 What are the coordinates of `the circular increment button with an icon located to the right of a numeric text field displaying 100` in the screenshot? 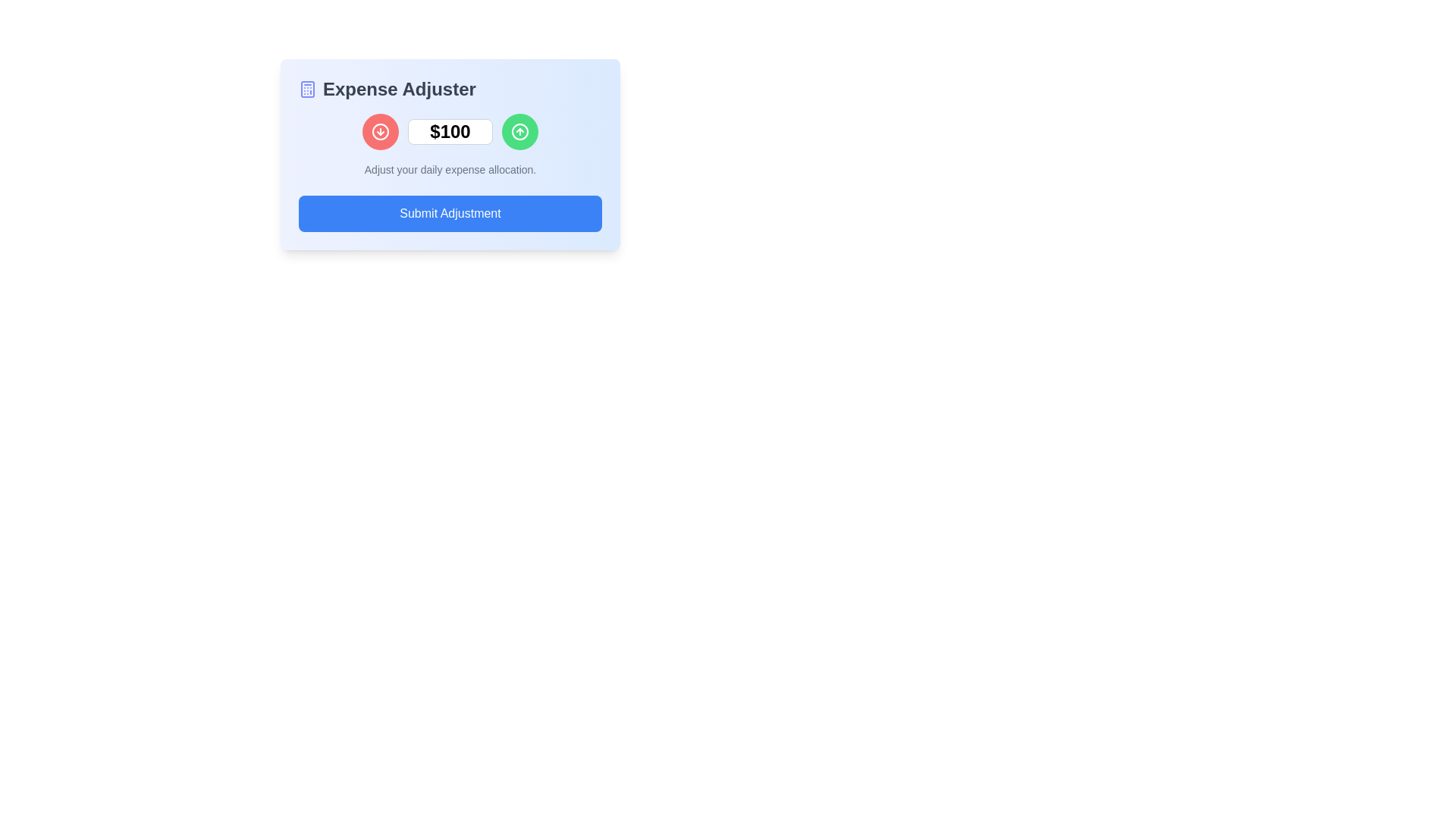 It's located at (520, 130).